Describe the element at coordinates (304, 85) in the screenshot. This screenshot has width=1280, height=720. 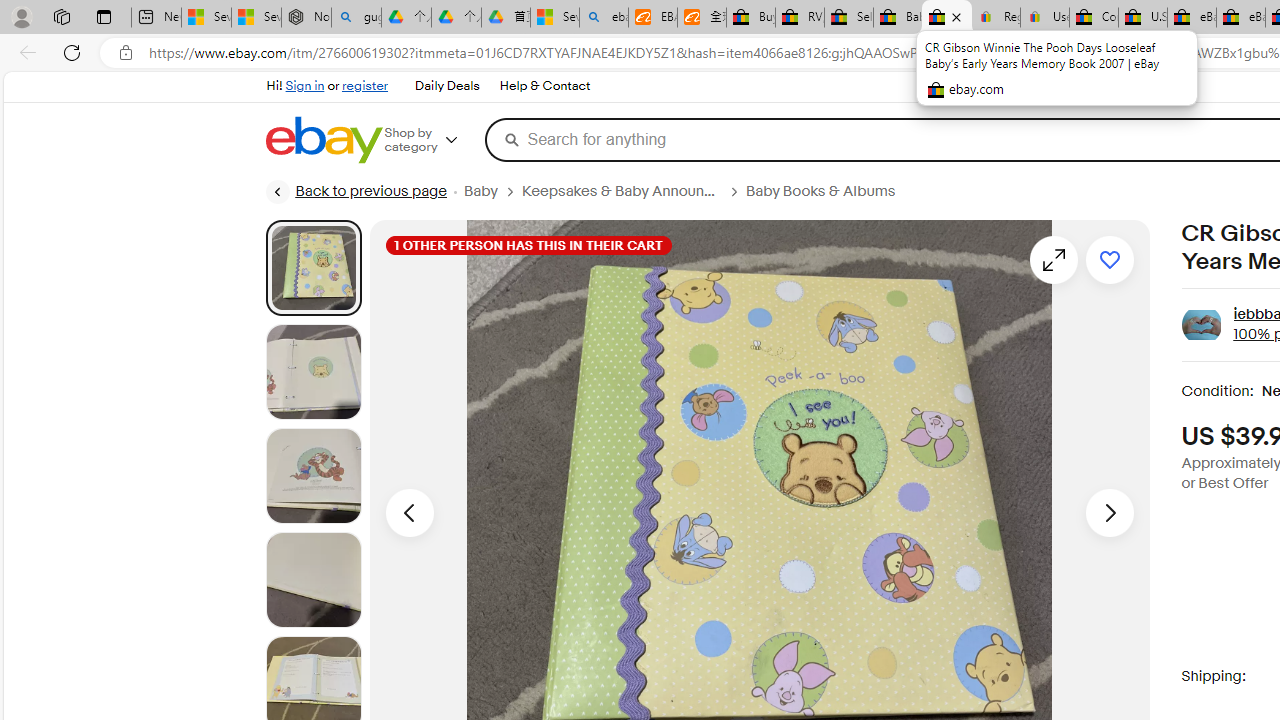
I see `'Sign in'` at that location.